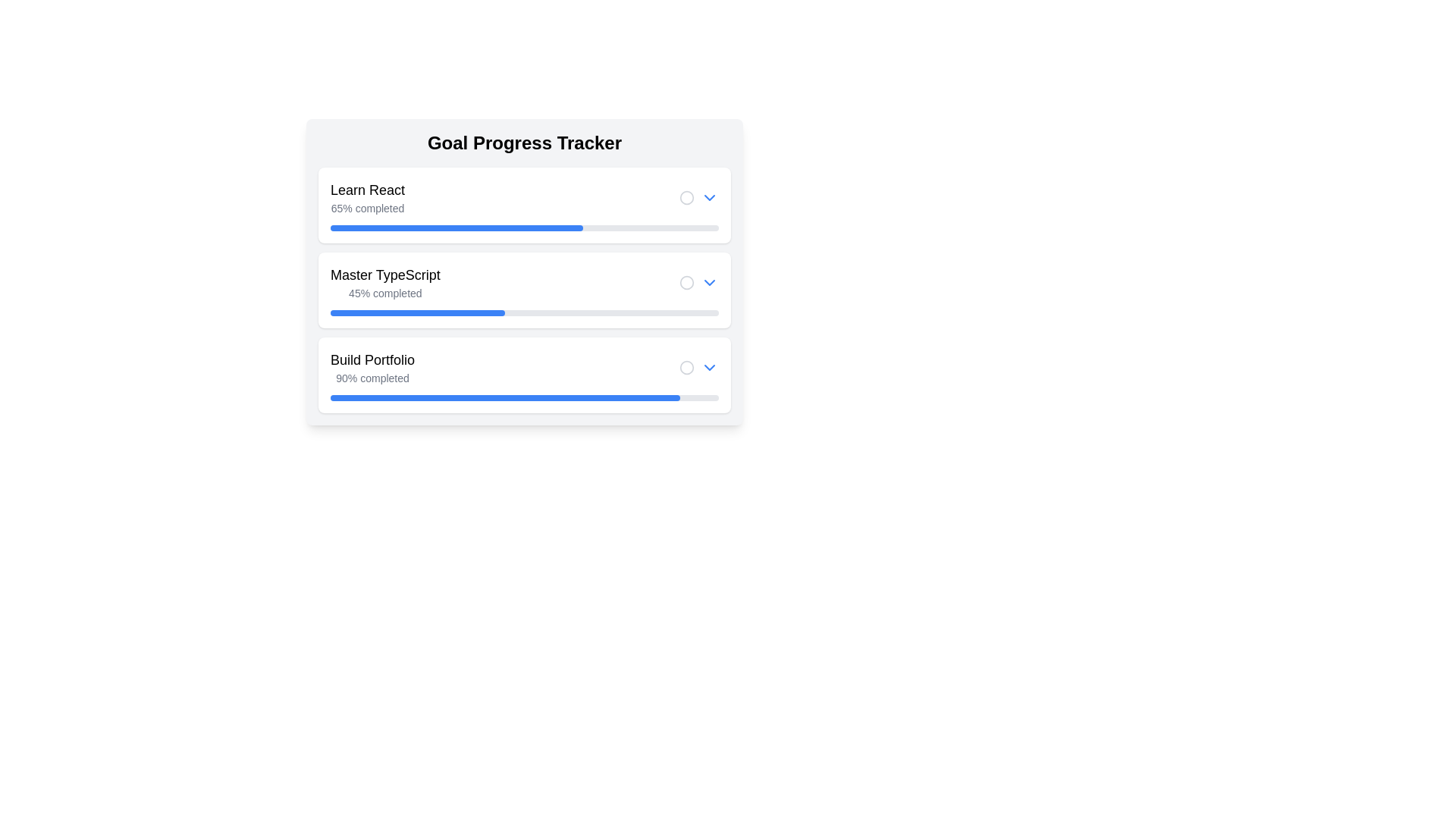  Describe the element at coordinates (698, 368) in the screenshot. I see `the interactive control group consisting of a gray circular icon and a blue downward-pointing arrow button located at the far right of the 'Build Portfolio' section in the 'Goal Progress Tracker' interface` at that location.